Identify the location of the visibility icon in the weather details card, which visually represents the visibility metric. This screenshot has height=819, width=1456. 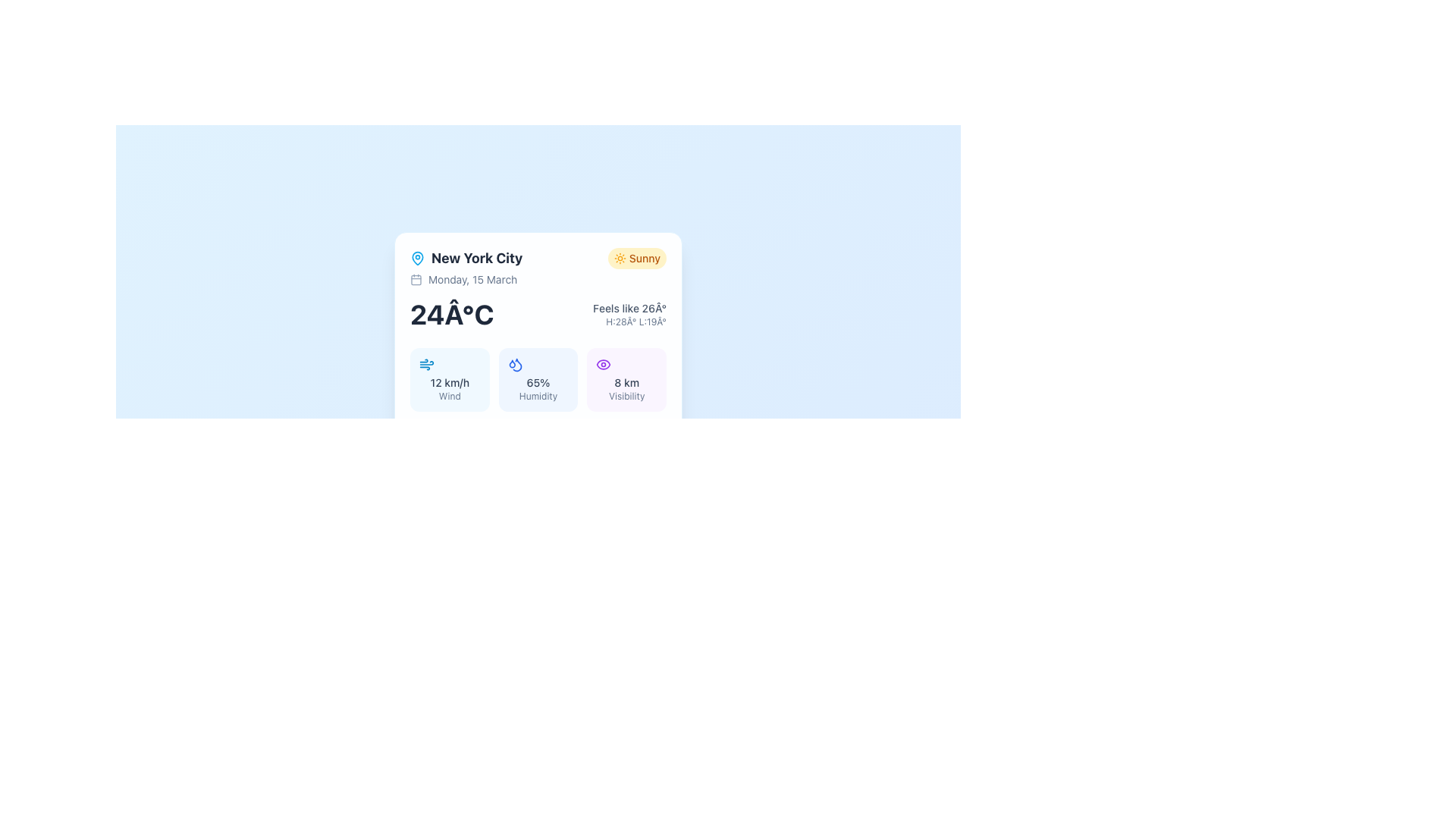
(603, 365).